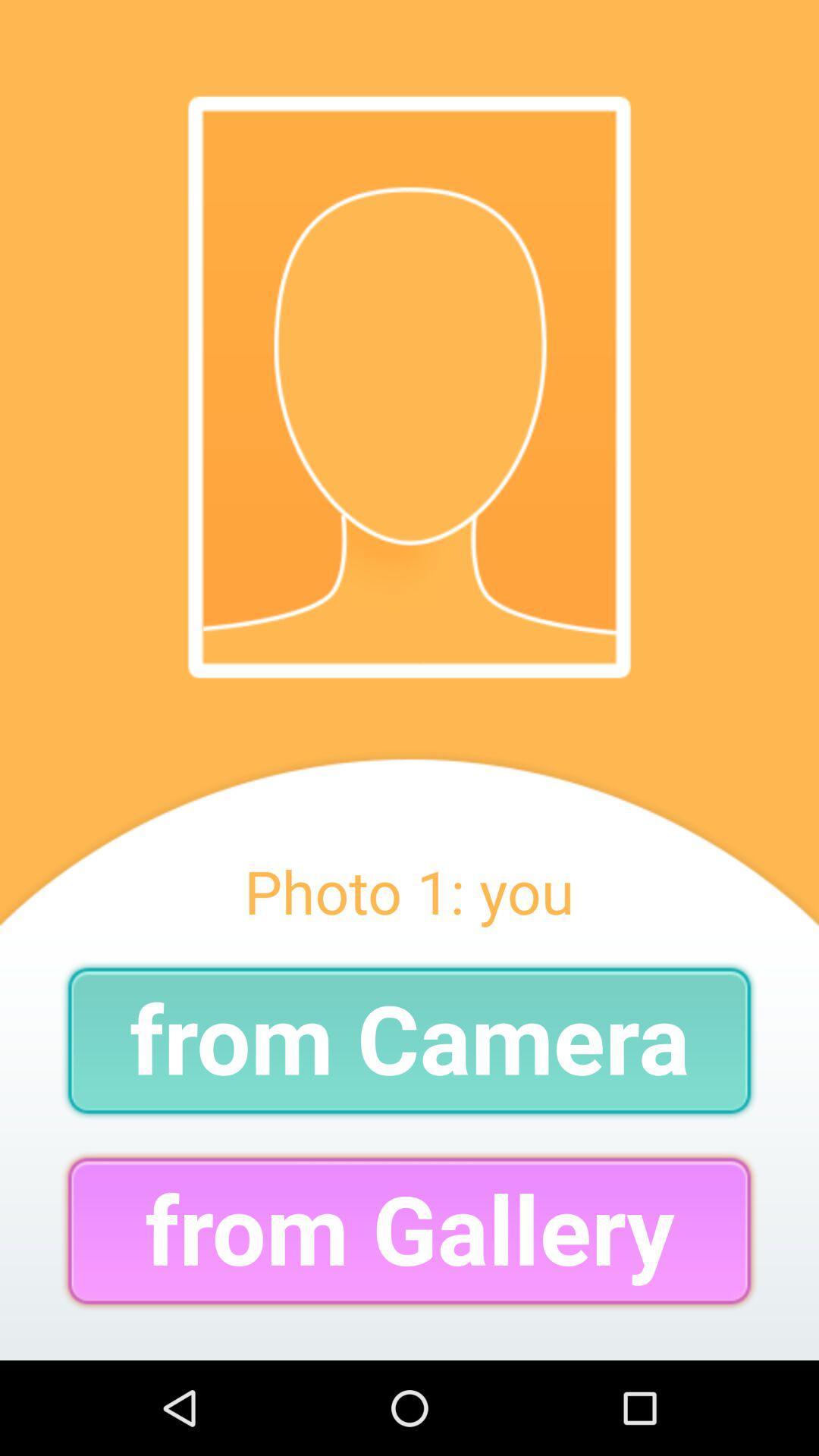 This screenshot has width=819, height=1456. What do you see at coordinates (409, 1040) in the screenshot?
I see `the from camera item` at bounding box center [409, 1040].